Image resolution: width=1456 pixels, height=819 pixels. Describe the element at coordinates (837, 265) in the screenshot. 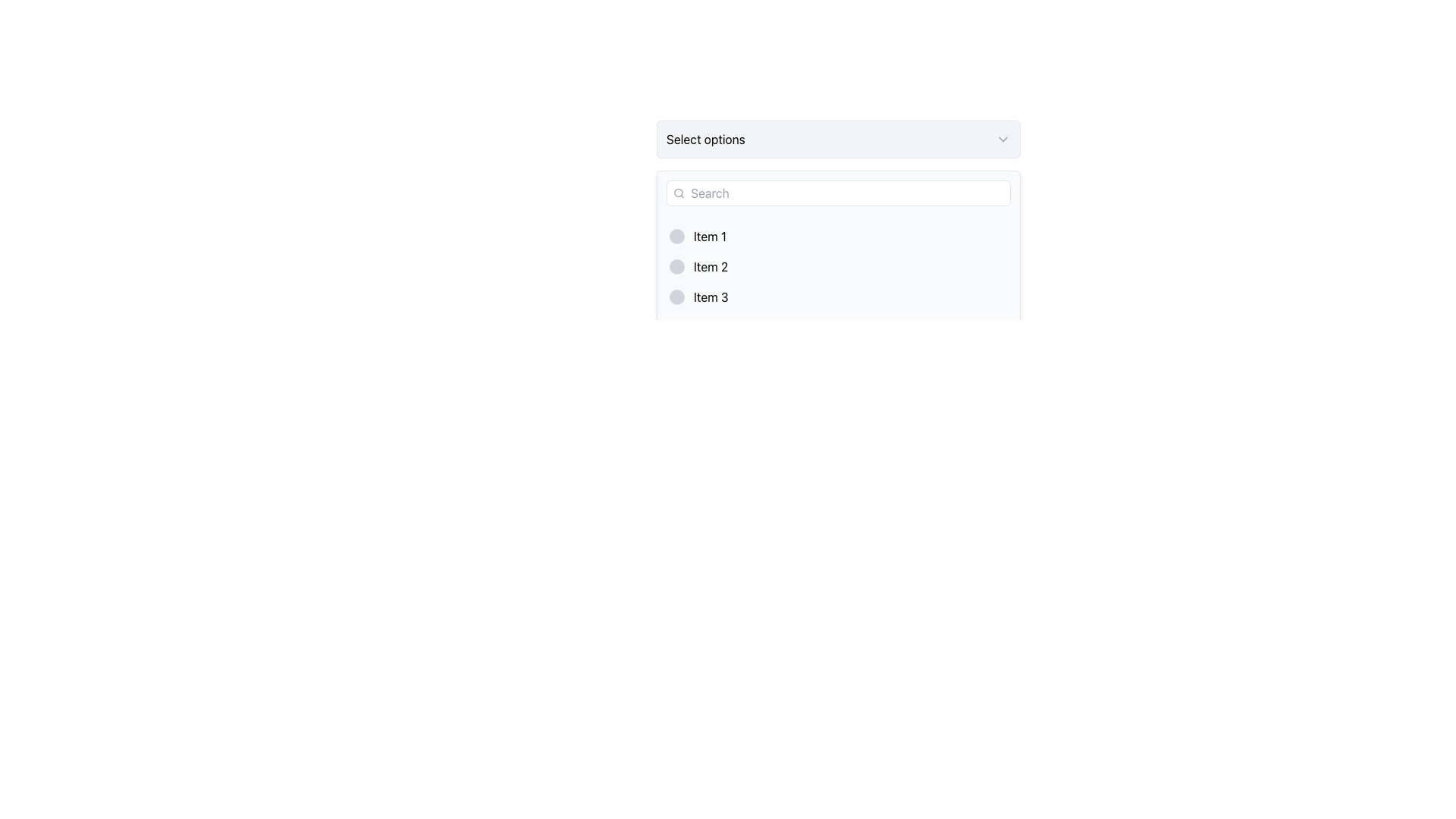

I see `the second item in the vertically arranged list` at that location.